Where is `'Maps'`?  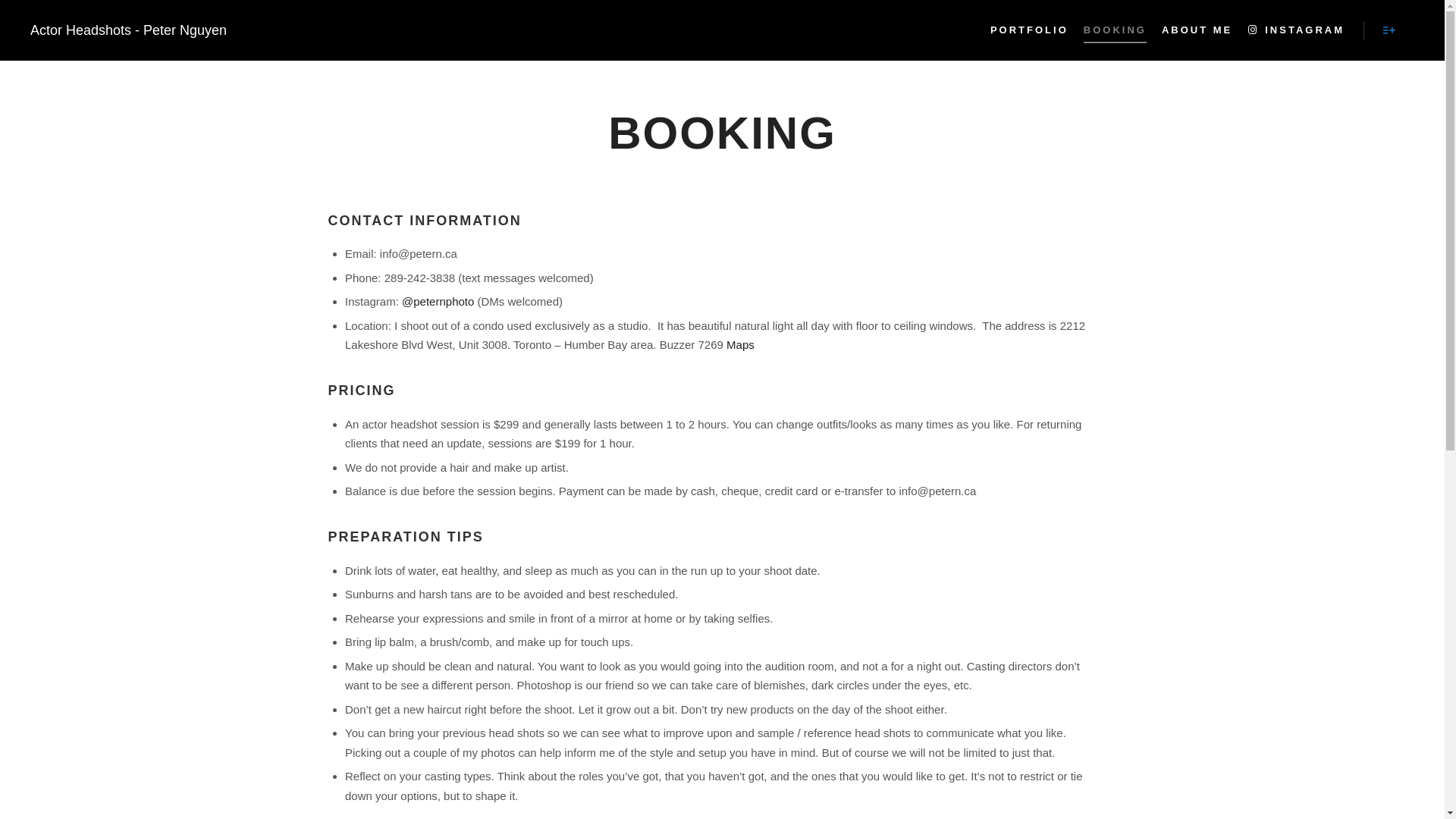
'Maps' is located at coordinates (740, 344).